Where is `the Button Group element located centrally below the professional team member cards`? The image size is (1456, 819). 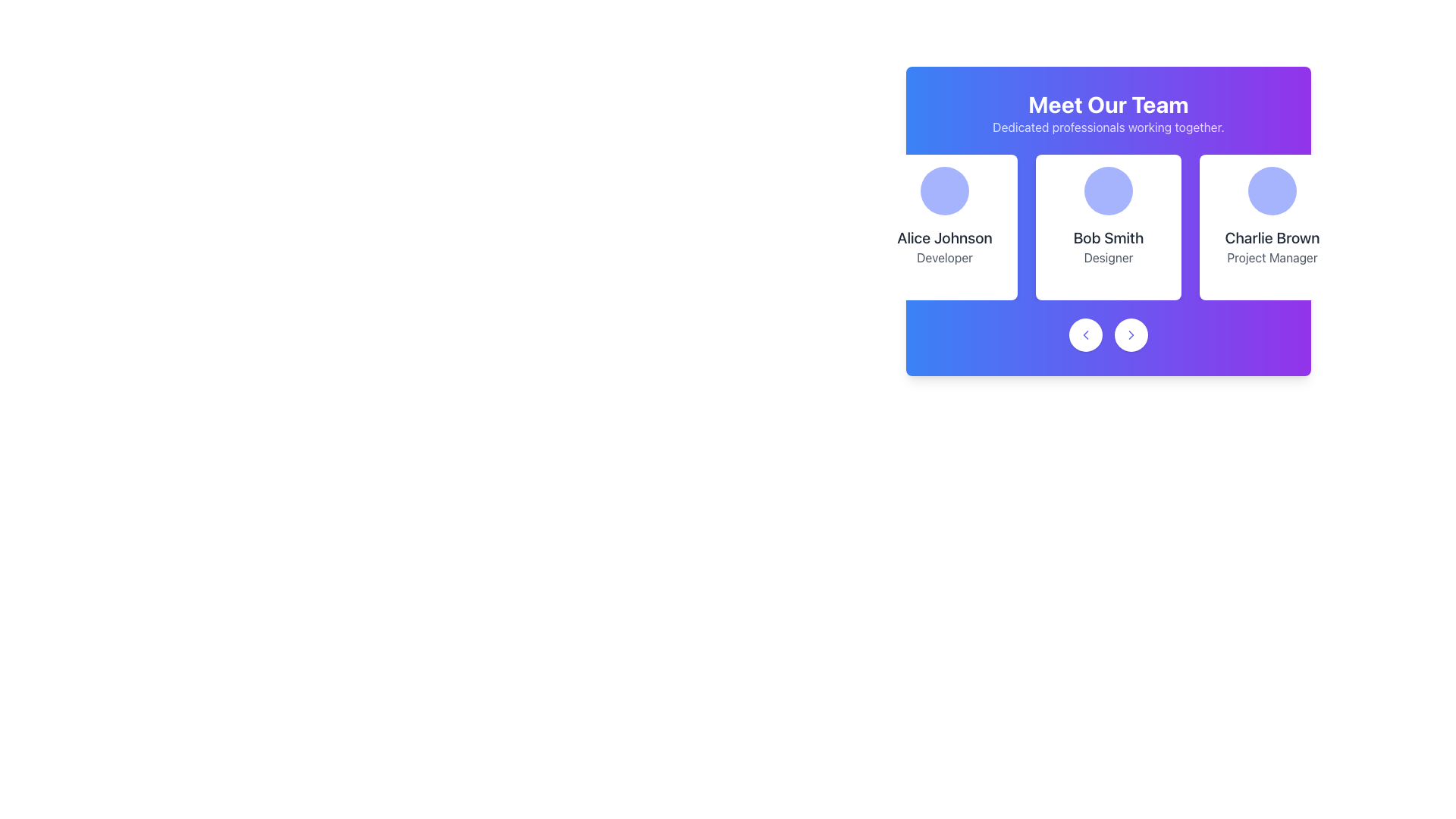
the Button Group element located centrally below the professional team member cards is located at coordinates (1109, 334).